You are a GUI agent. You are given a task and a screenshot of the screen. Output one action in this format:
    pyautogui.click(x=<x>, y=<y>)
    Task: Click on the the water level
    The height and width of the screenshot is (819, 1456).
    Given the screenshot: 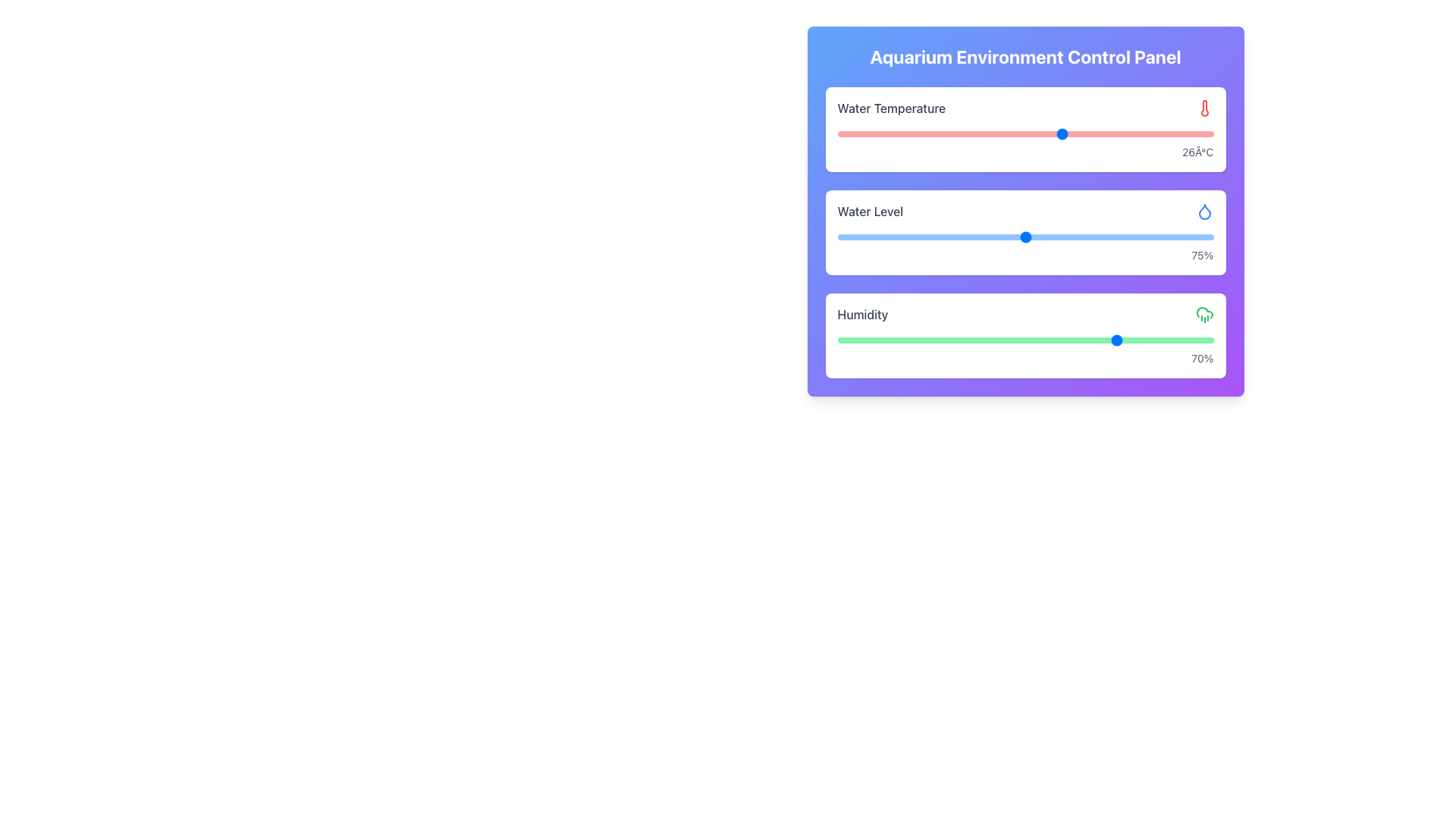 What is the action you would take?
    pyautogui.click(x=836, y=237)
    